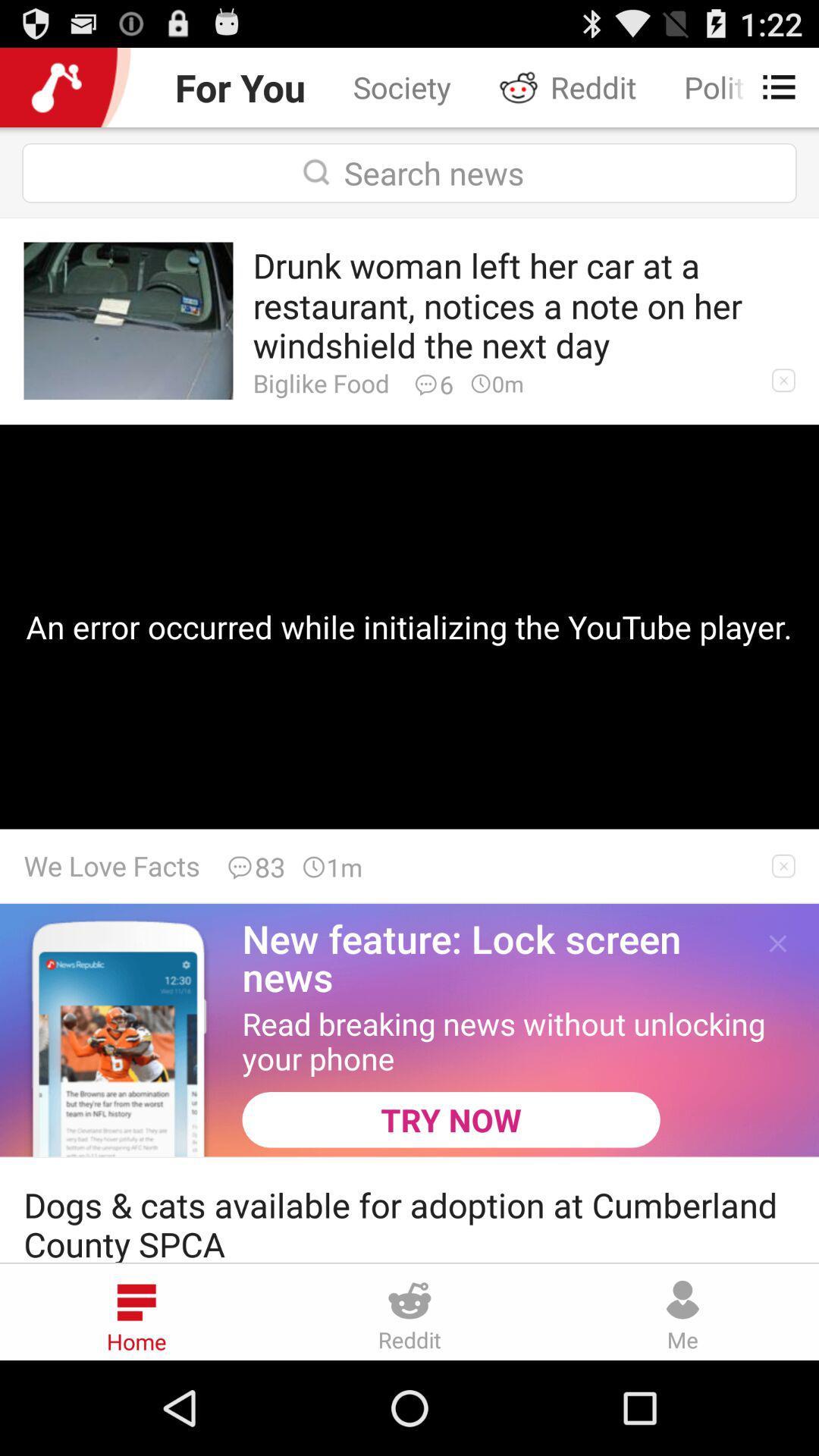 The width and height of the screenshot is (819, 1456). I want to click on icon next to the for you, so click(401, 86).